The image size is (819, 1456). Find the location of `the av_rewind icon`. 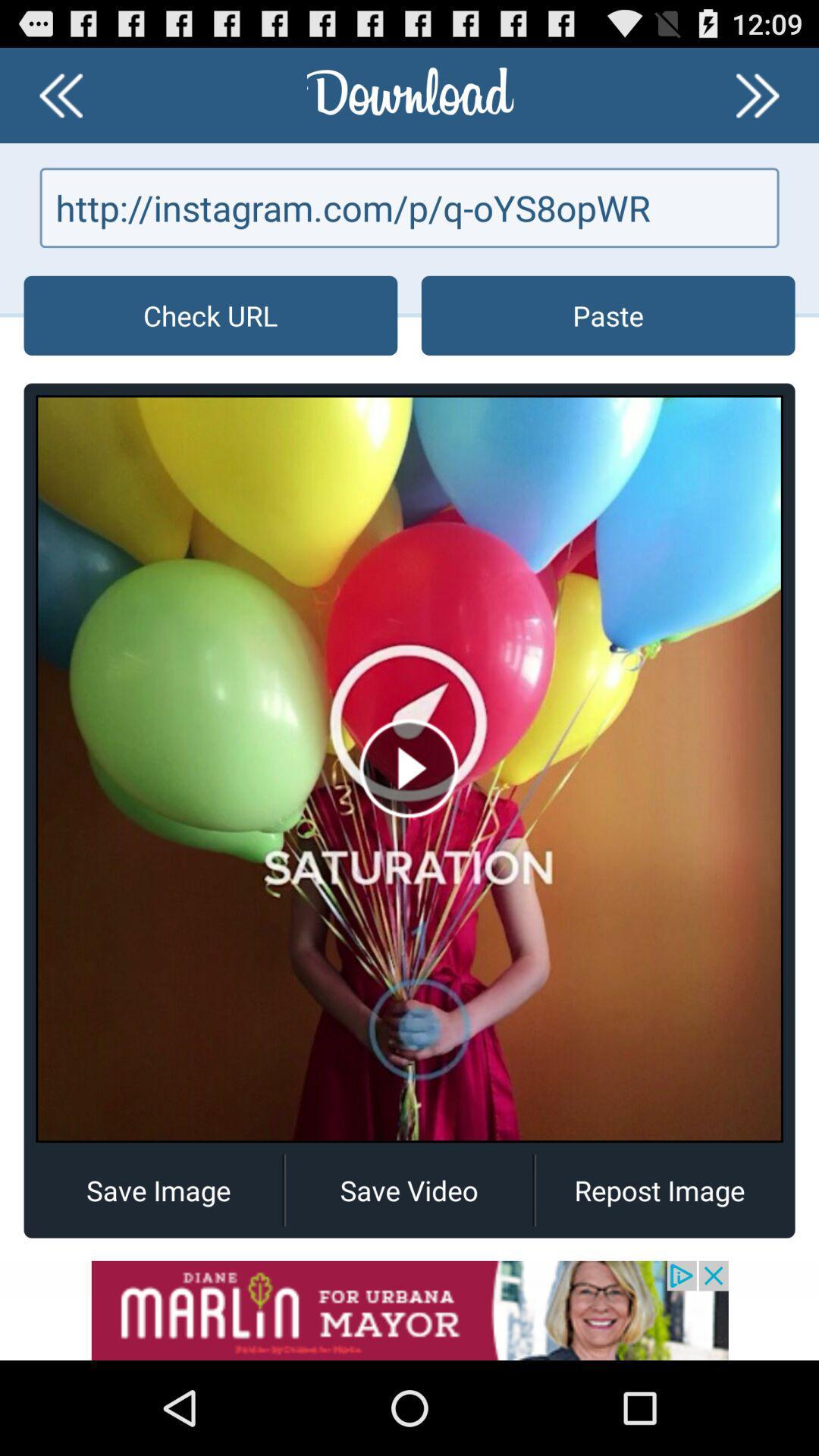

the av_rewind icon is located at coordinates (60, 101).